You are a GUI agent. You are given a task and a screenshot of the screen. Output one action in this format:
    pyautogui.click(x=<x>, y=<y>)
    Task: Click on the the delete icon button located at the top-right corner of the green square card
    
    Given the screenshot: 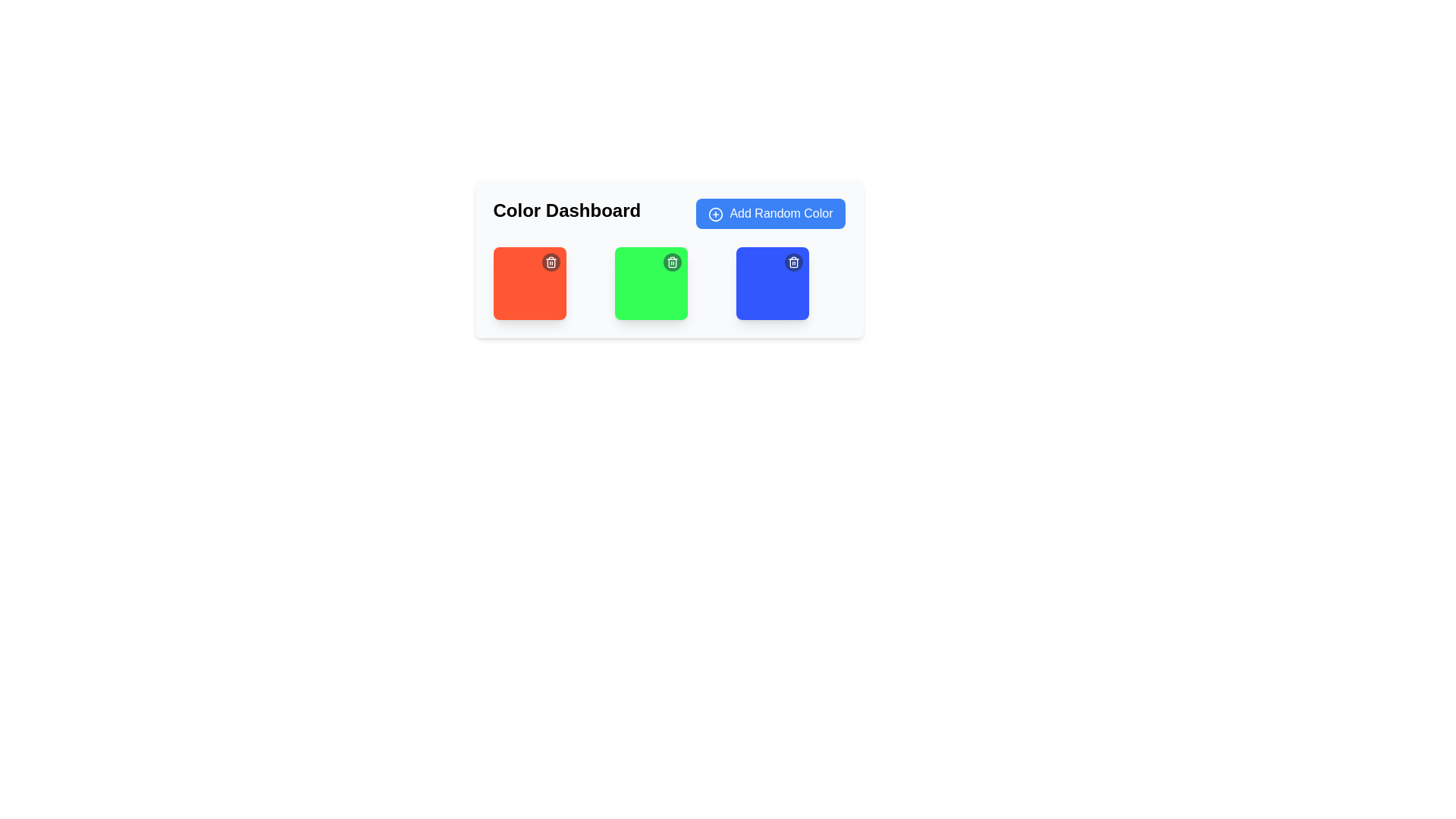 What is the action you would take?
    pyautogui.click(x=671, y=262)
    